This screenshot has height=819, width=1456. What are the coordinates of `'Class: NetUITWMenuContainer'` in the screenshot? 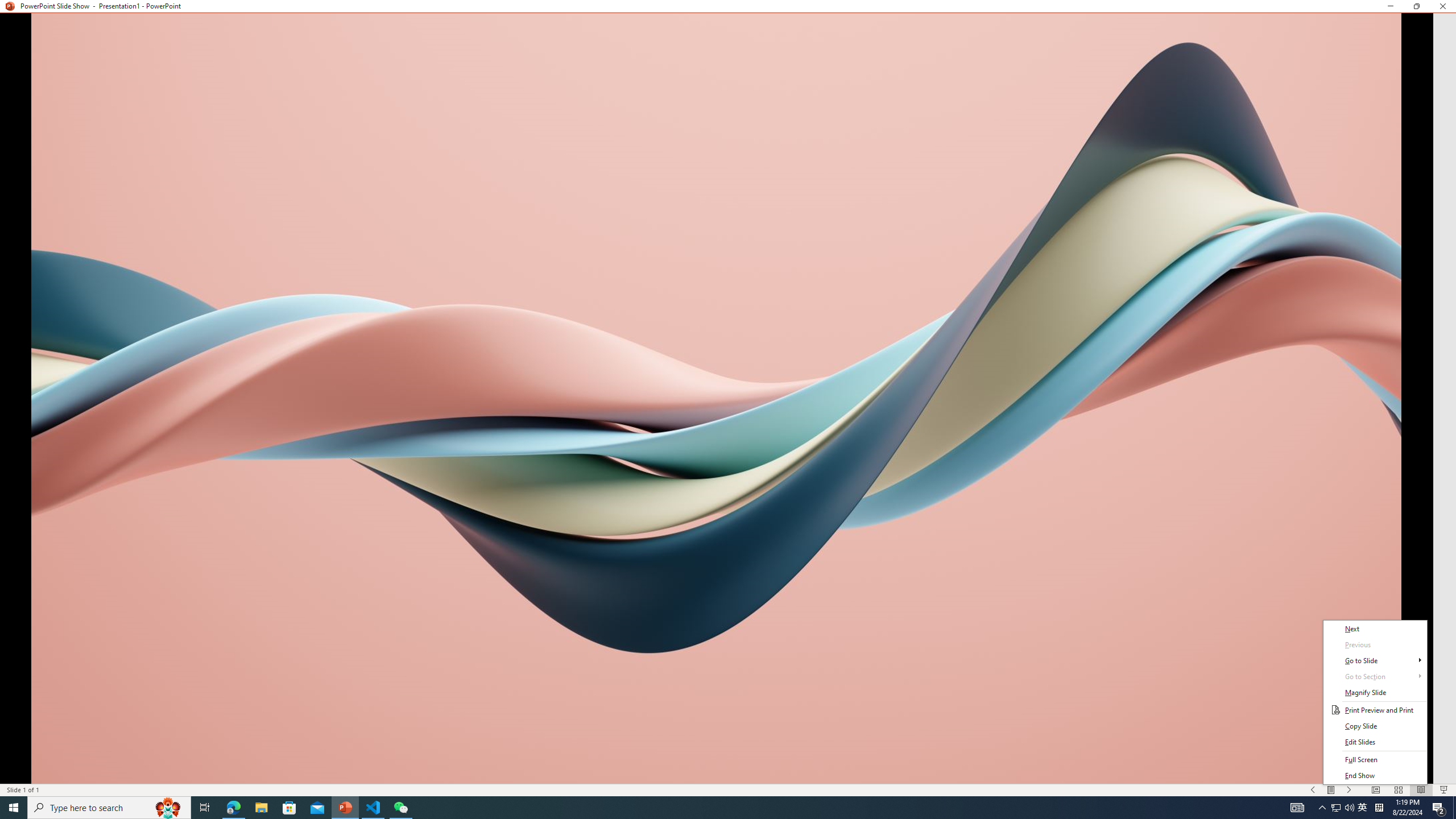 It's located at (1375, 701).